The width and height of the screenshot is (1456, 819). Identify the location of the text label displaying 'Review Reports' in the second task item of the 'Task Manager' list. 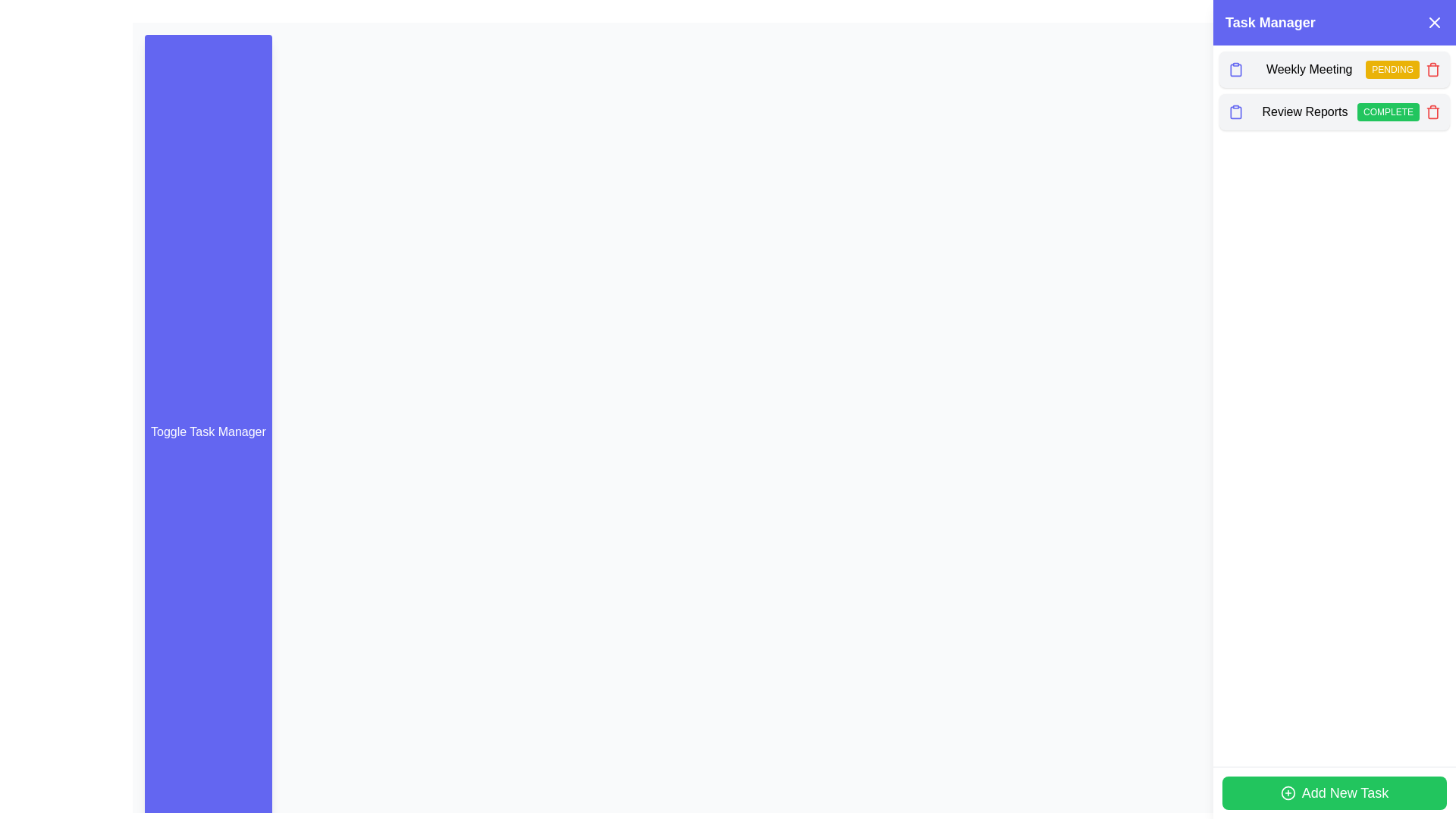
(1304, 111).